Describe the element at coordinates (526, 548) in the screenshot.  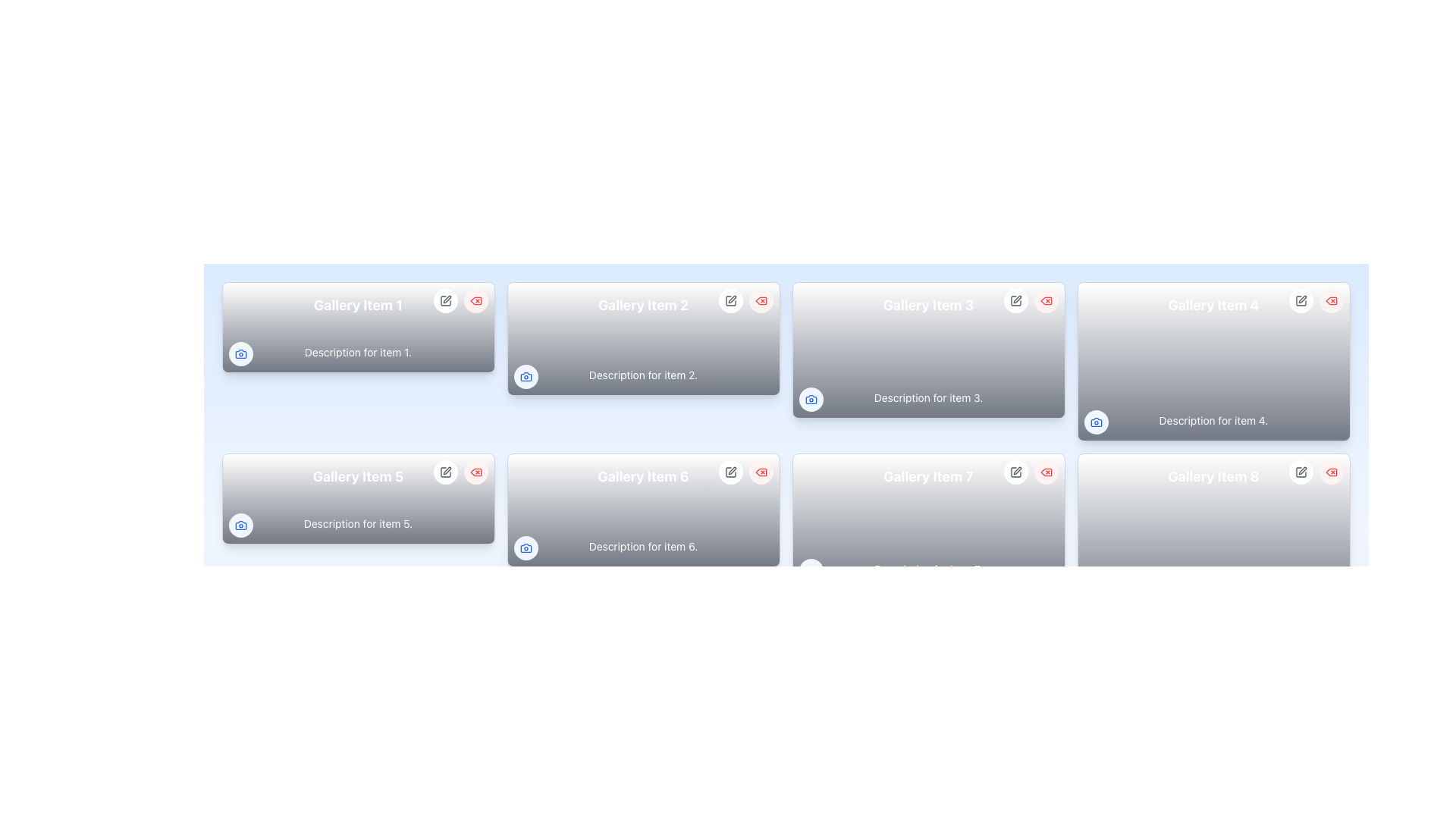
I see `the blue camera icon located in the left-bottom corner of 'Gallery Item 6'` at that location.